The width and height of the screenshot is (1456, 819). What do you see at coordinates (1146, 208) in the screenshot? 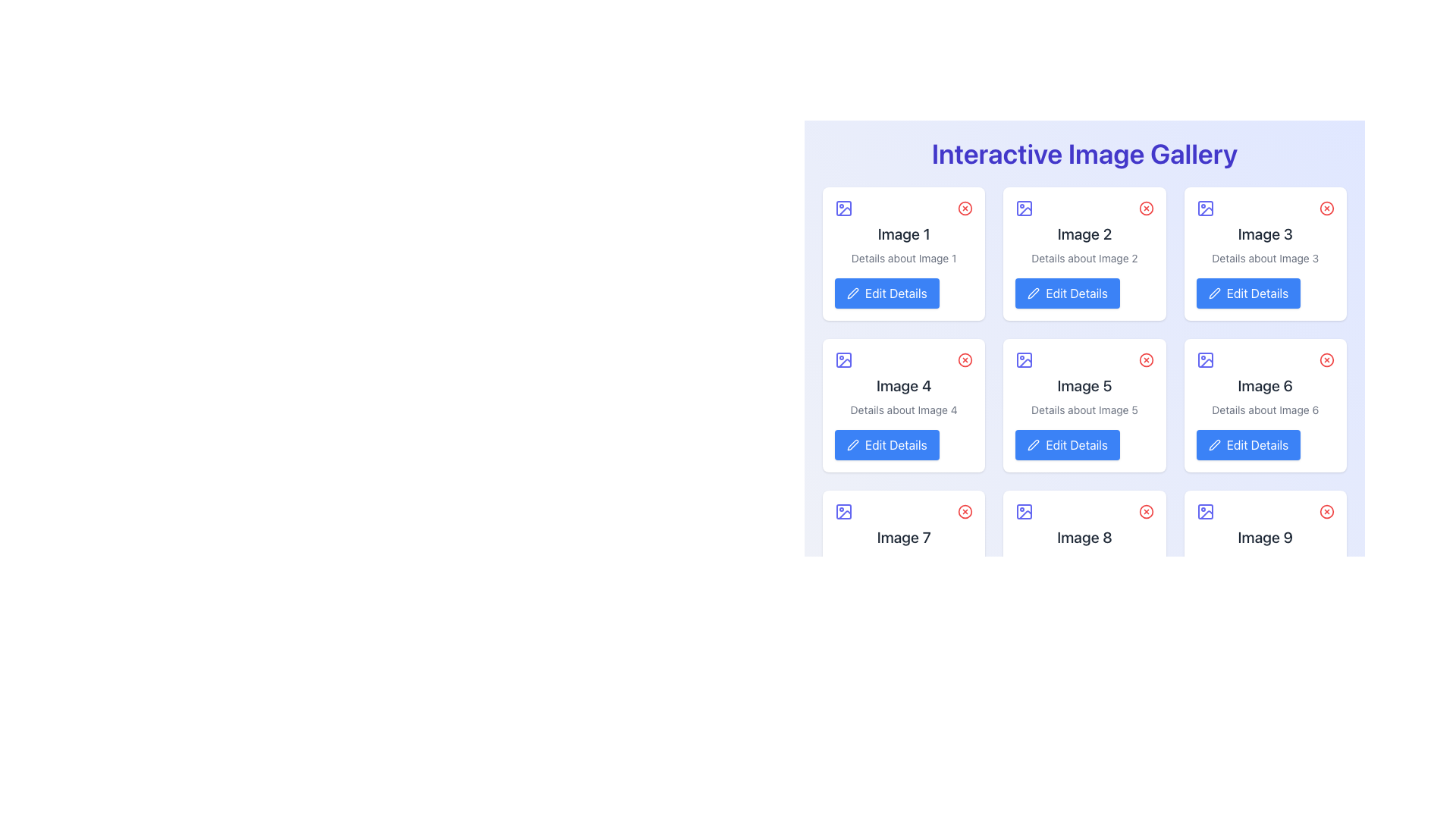
I see `the circular delete button with a red border and inner 'X' symbol located at the top-right corner of the second image card` at bounding box center [1146, 208].